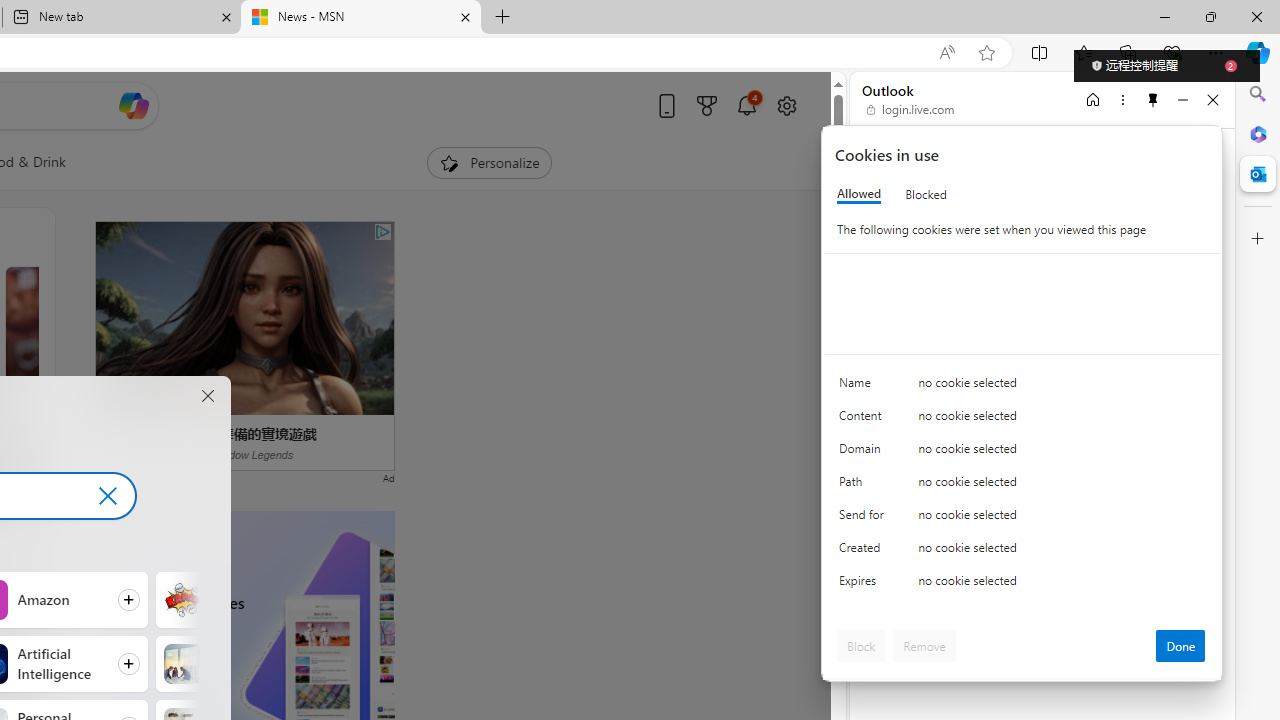 This screenshot has height=720, width=1280. What do you see at coordinates (1209, 16) in the screenshot?
I see `'Restore'` at bounding box center [1209, 16].